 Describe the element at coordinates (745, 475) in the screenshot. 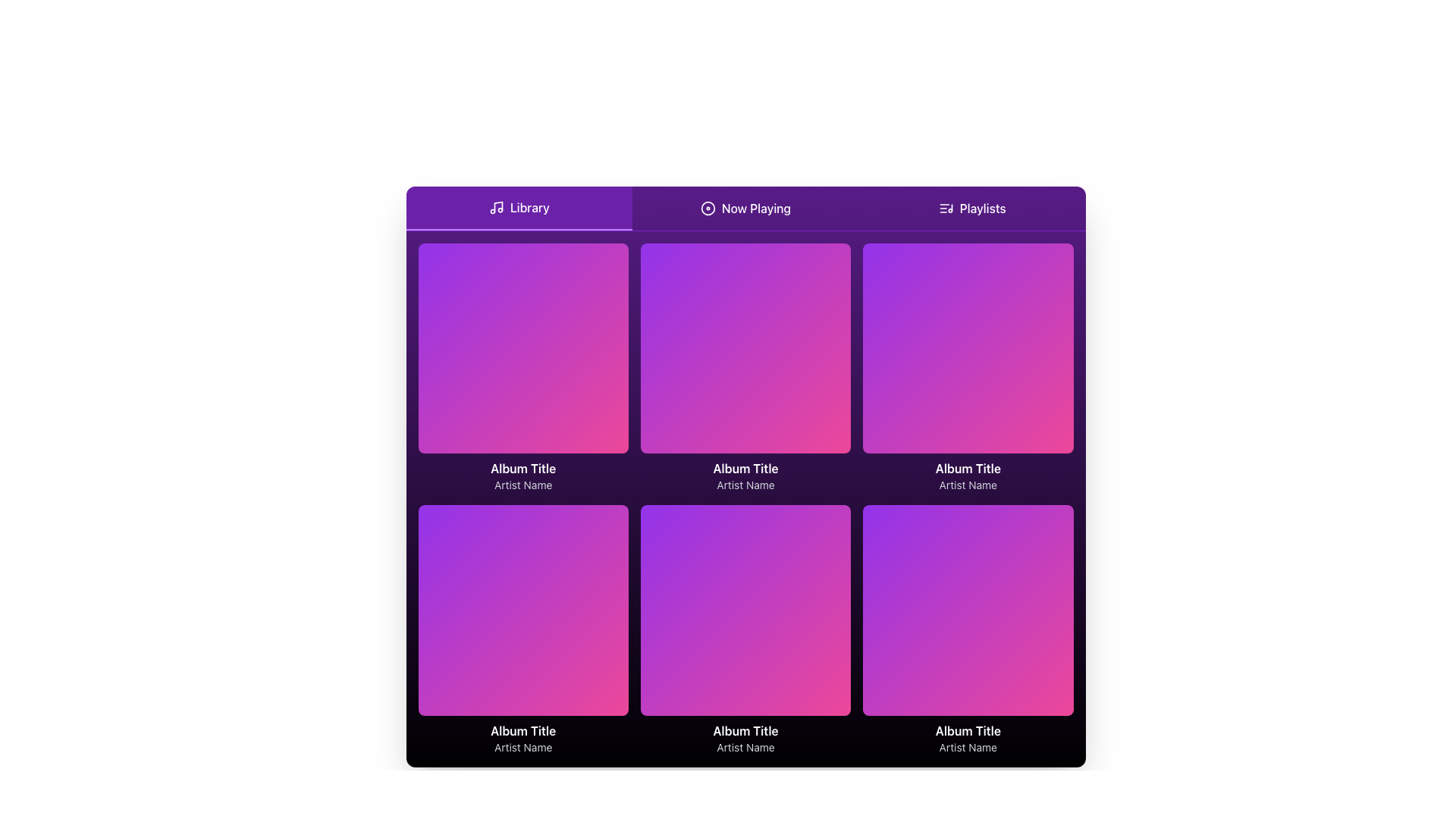

I see `information displayed in the text block labeled 'Album Title' in bold and 'Artist Name' in a smaller, gray-colored font, which is located in the middle row of the UI grid layout, specifically in the second card of the second row` at that location.